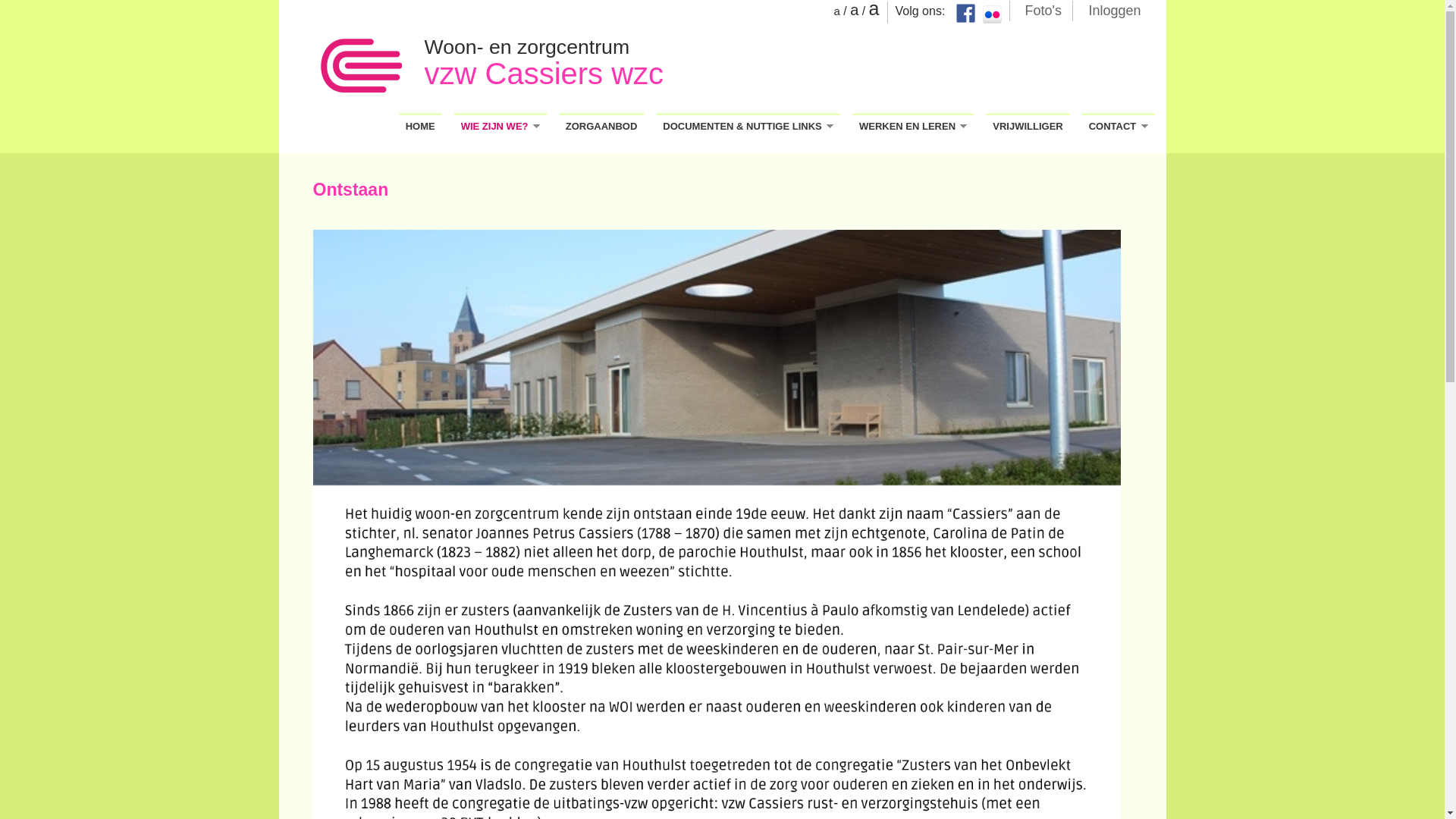  Describe the element at coordinates (1027, 124) in the screenshot. I see `'VRIJWILLIGER'` at that location.